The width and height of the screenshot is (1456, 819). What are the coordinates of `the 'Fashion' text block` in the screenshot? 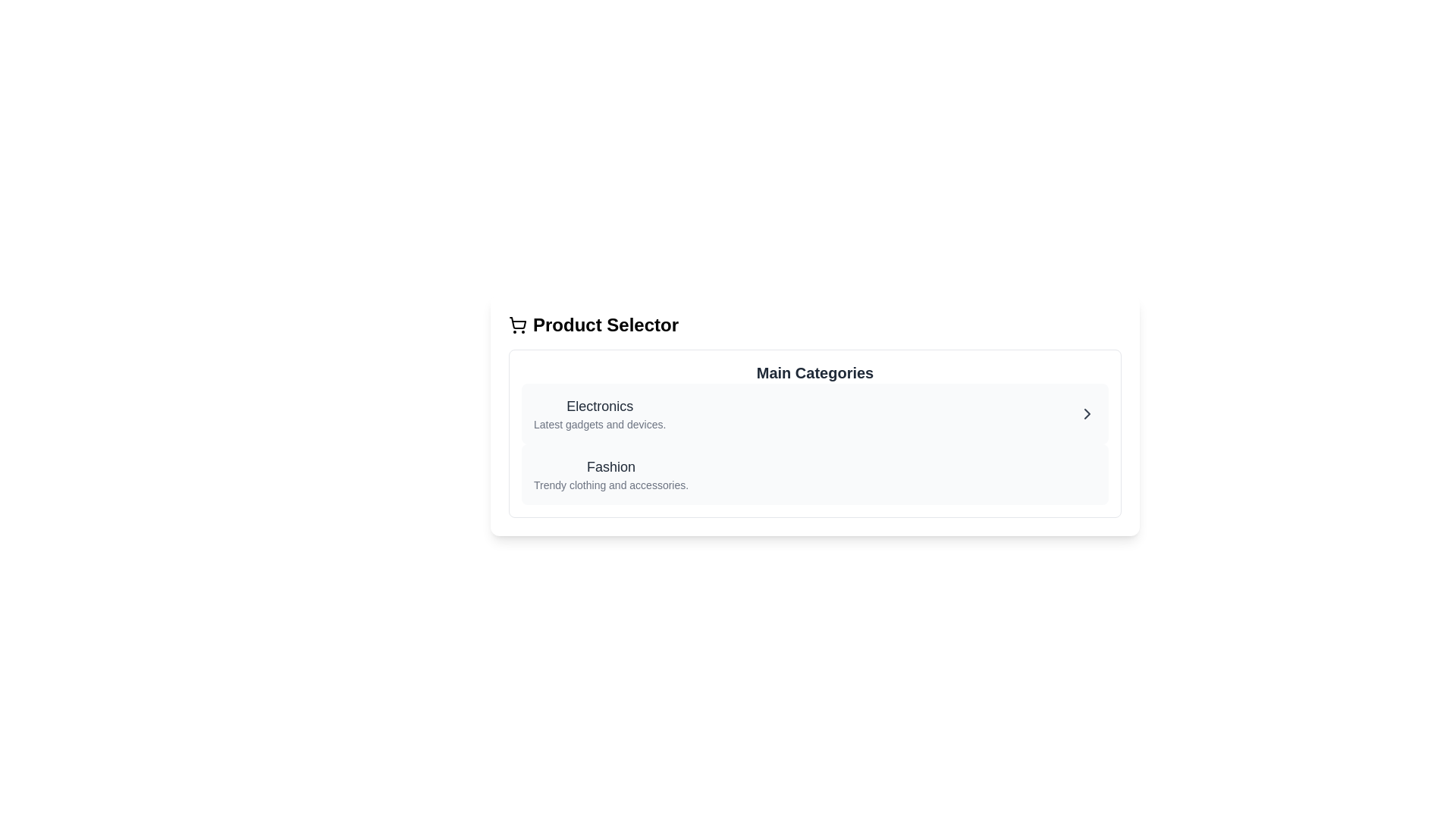 It's located at (611, 473).